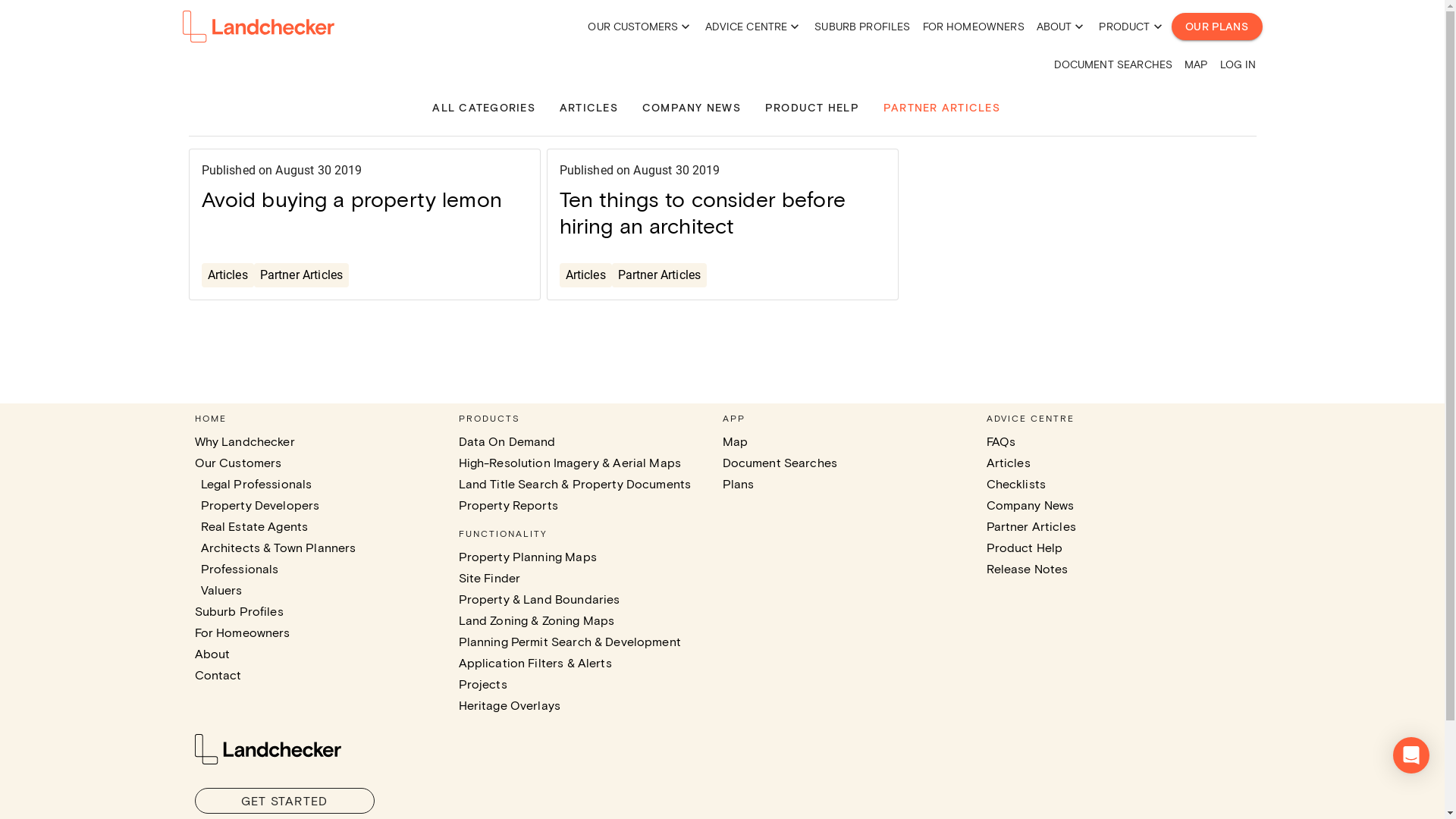 Image resolution: width=1456 pixels, height=819 pixels. What do you see at coordinates (922, 26) in the screenshot?
I see `'FOR HOMEOWNERS'` at bounding box center [922, 26].